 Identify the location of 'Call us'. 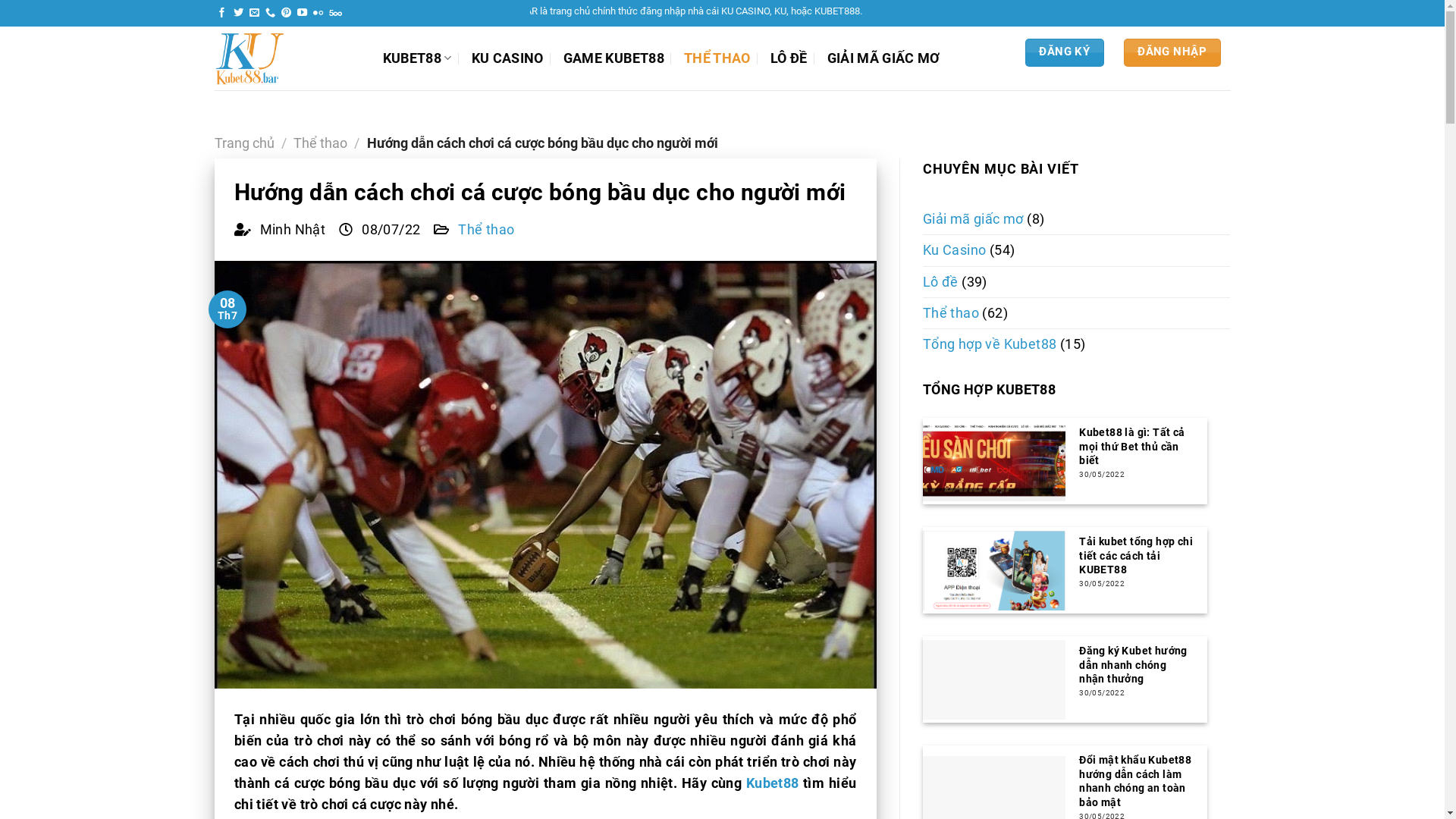
(270, 13).